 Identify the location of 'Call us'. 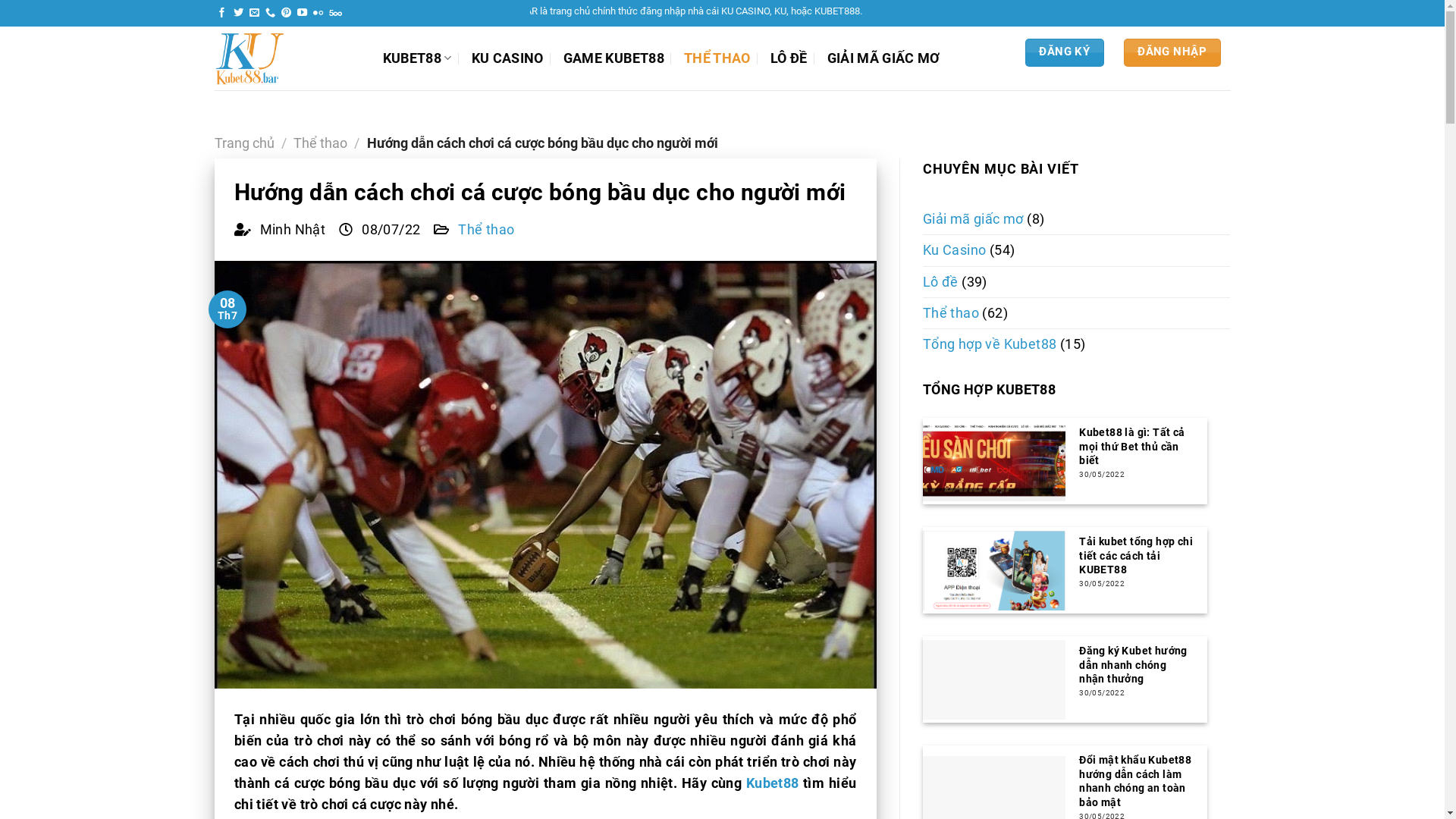
(270, 13).